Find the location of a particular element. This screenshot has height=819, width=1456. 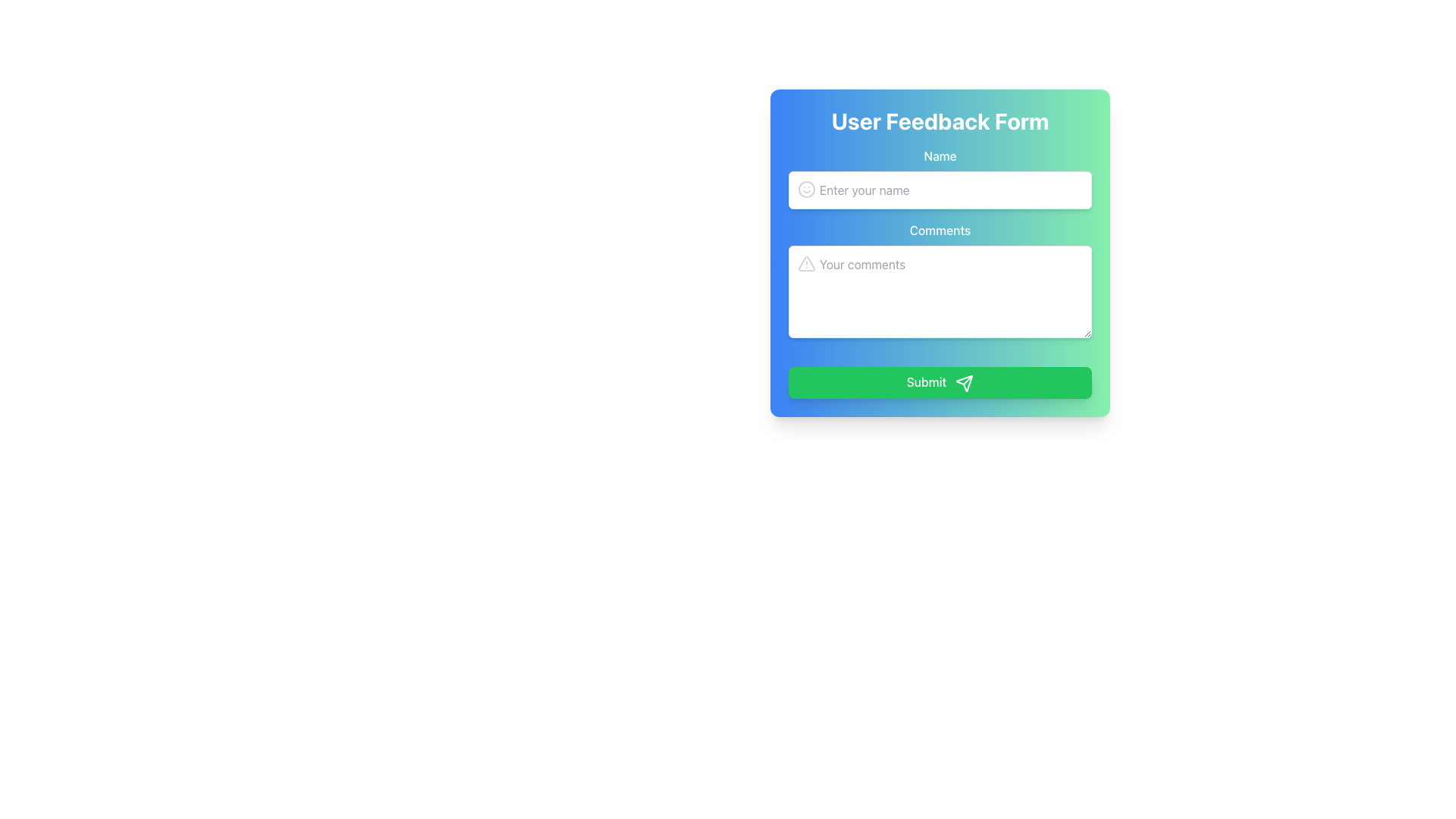

the alert icon located at the top-left of the 'Your comments' input field in the form is located at coordinates (806, 262).